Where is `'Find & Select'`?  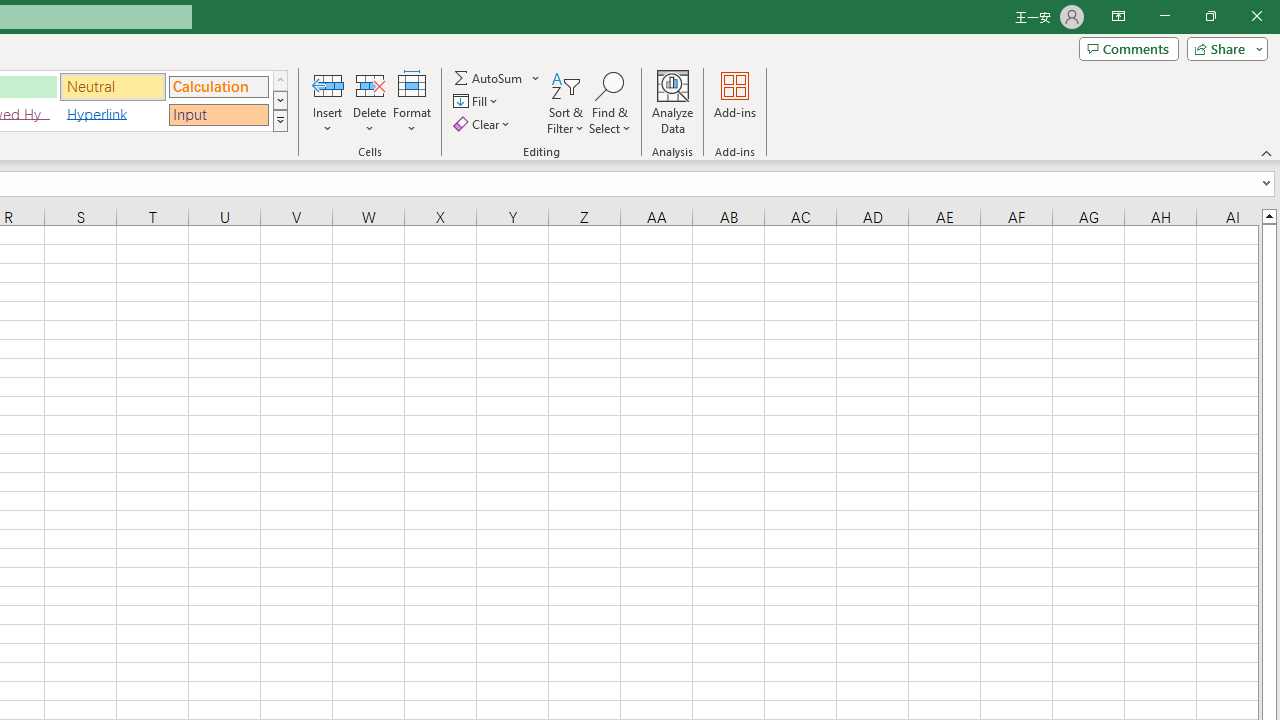 'Find & Select' is located at coordinates (609, 103).